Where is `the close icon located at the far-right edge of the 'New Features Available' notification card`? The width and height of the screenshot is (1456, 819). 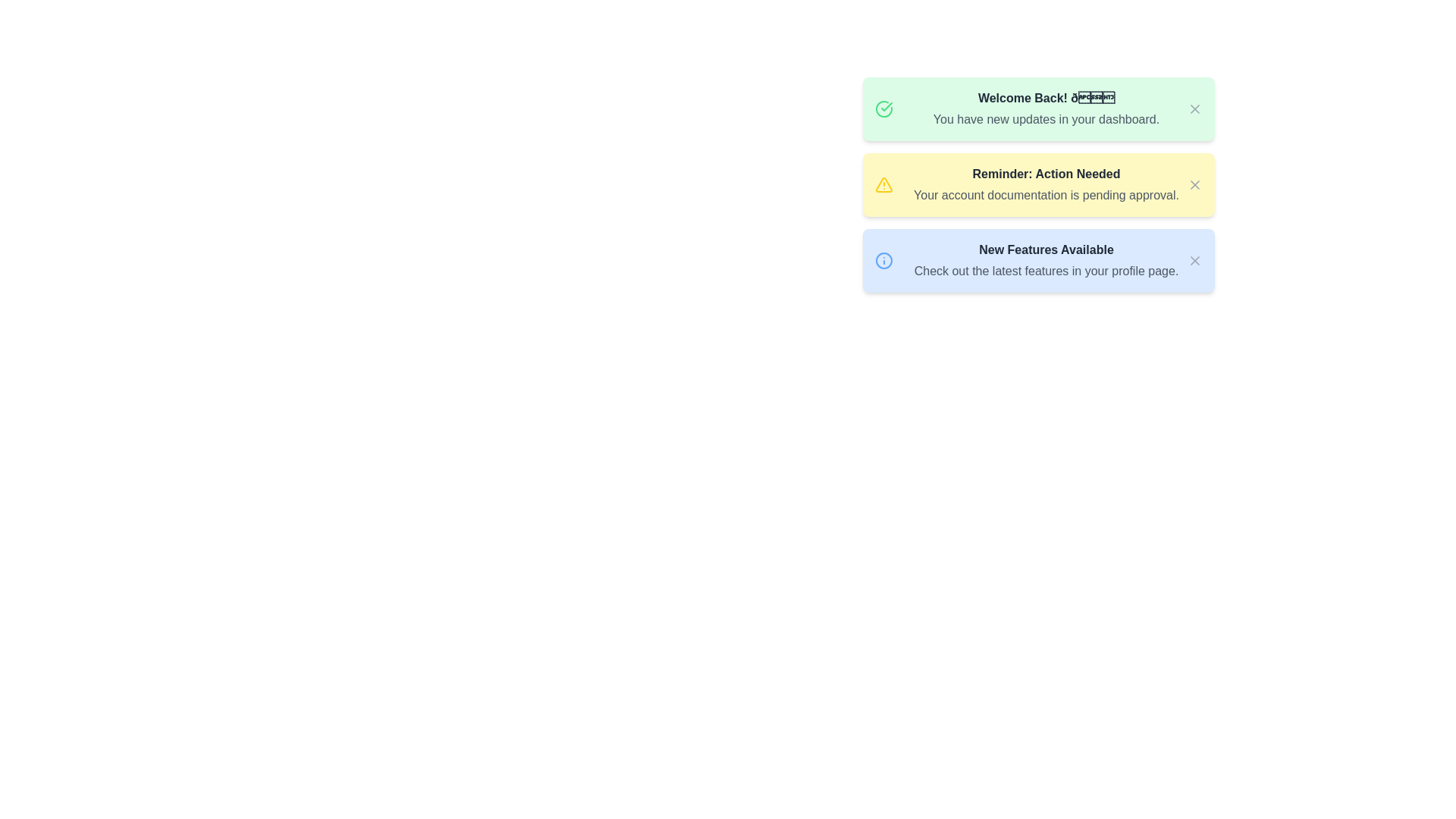
the close icon located at the far-right edge of the 'New Features Available' notification card is located at coordinates (1194, 259).